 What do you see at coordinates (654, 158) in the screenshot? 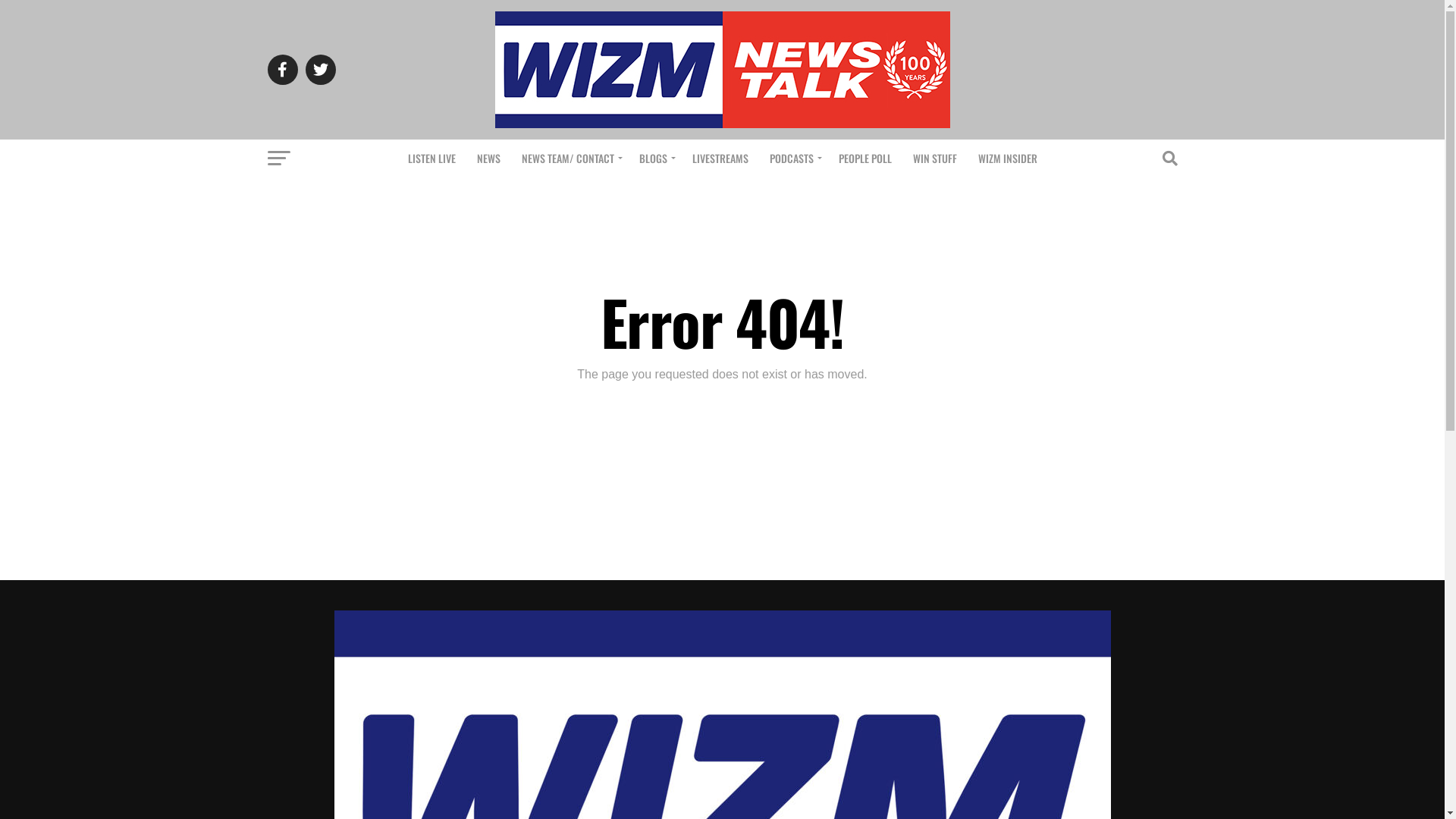
I see `'BLOGS'` at bounding box center [654, 158].